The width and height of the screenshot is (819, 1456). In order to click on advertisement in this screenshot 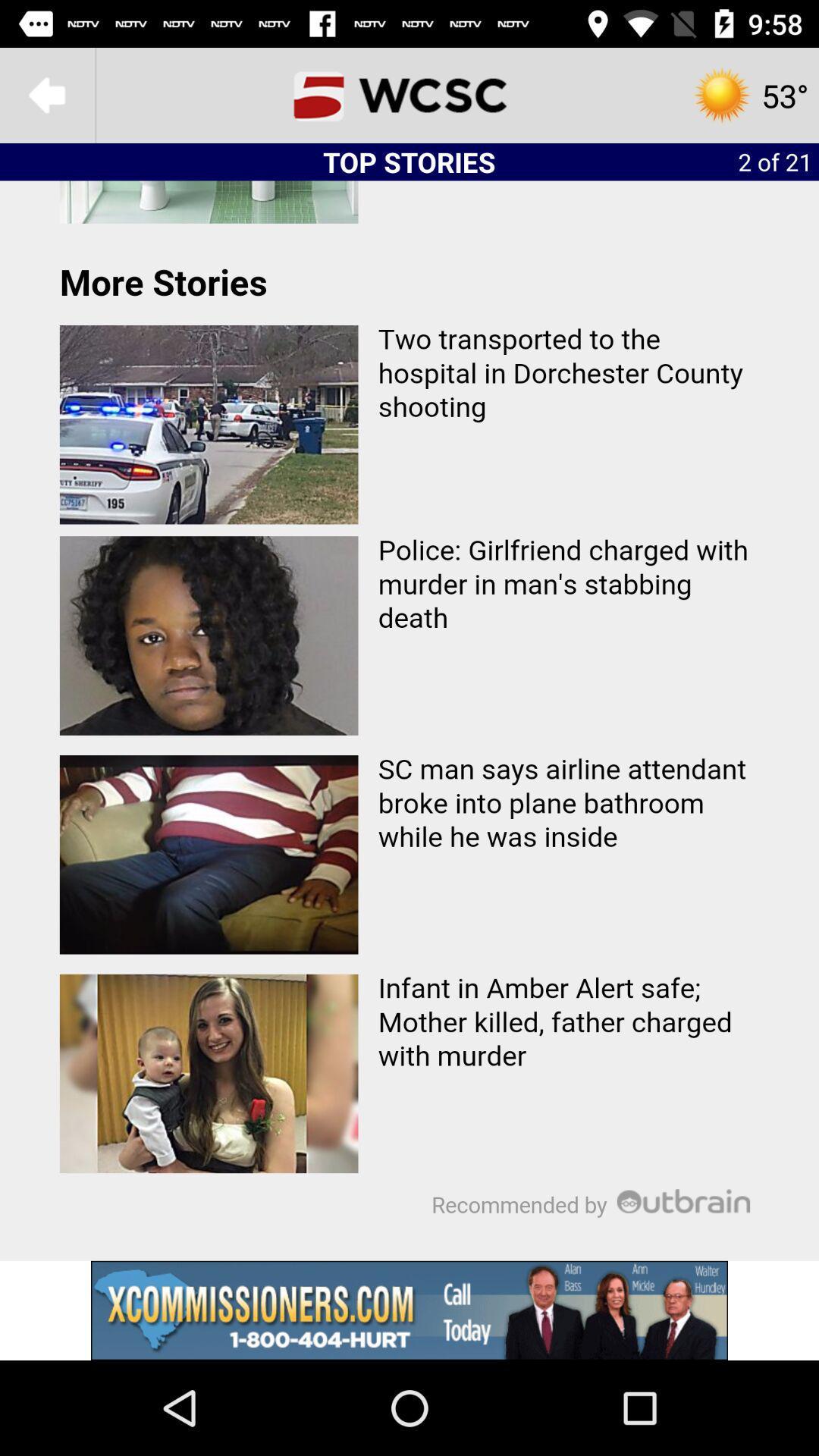, I will do `click(409, 1310)`.